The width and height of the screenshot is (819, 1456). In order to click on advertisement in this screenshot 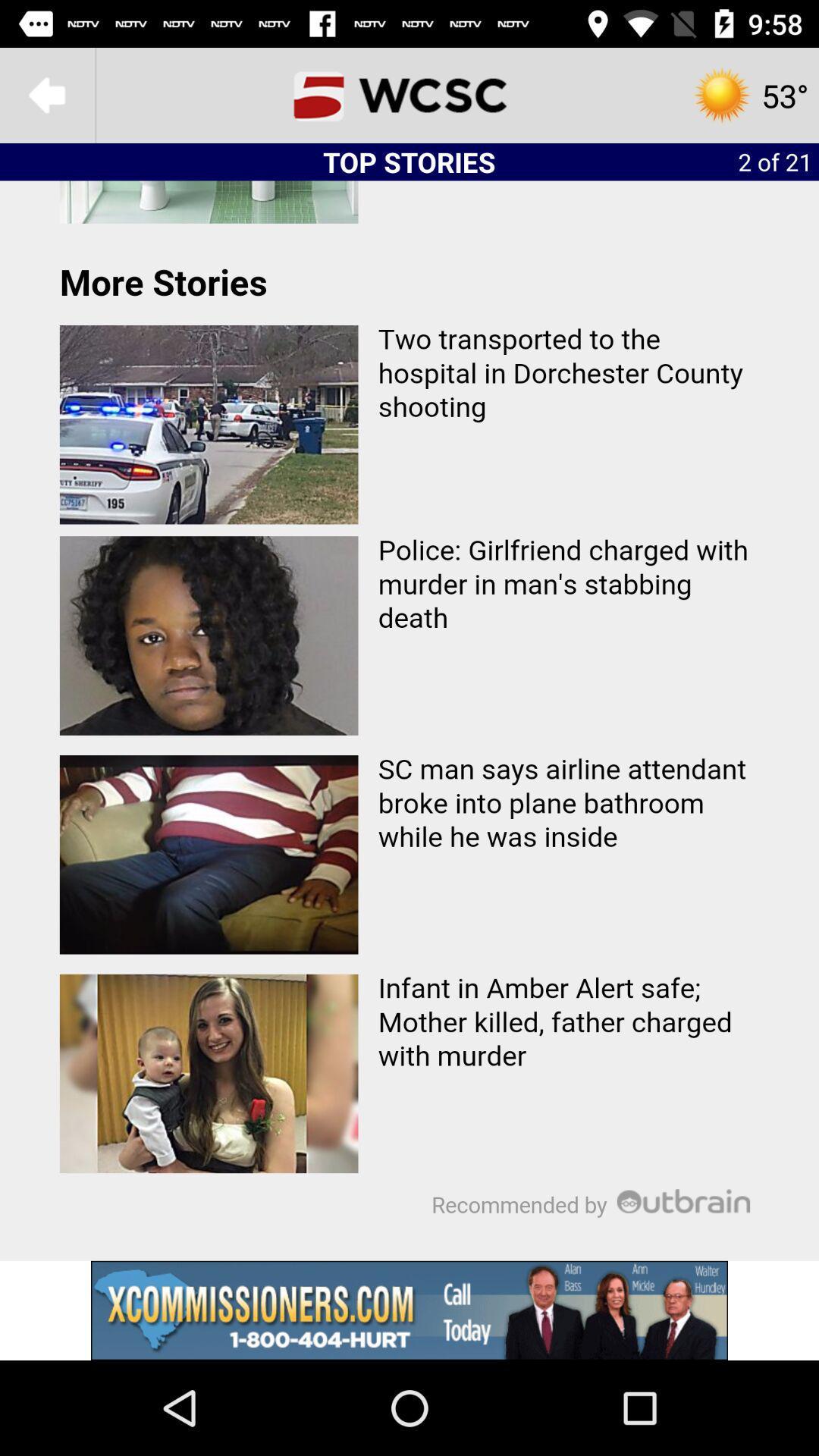, I will do `click(409, 1310)`.